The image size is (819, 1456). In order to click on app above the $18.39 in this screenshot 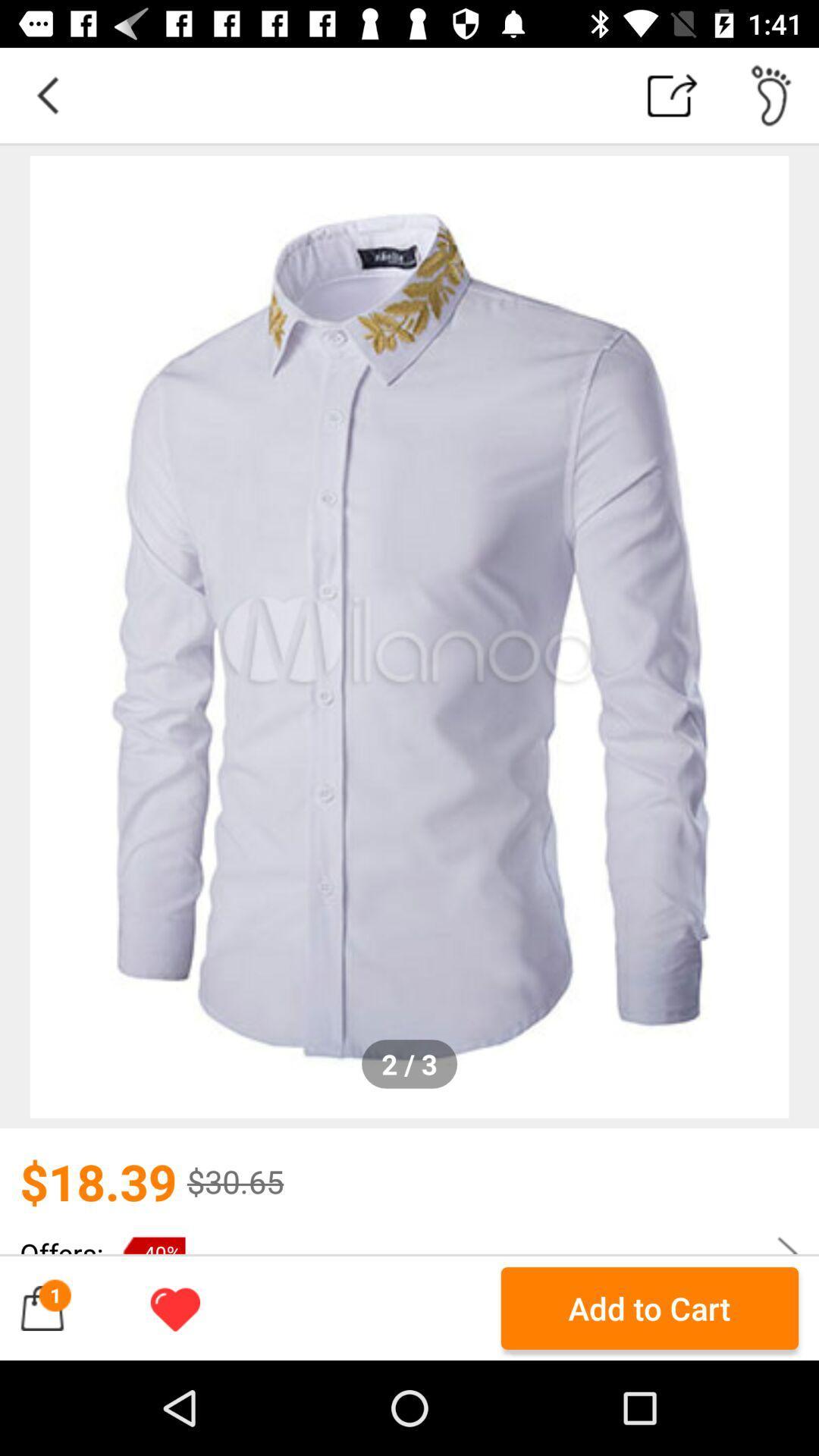, I will do `click(409, 637)`.